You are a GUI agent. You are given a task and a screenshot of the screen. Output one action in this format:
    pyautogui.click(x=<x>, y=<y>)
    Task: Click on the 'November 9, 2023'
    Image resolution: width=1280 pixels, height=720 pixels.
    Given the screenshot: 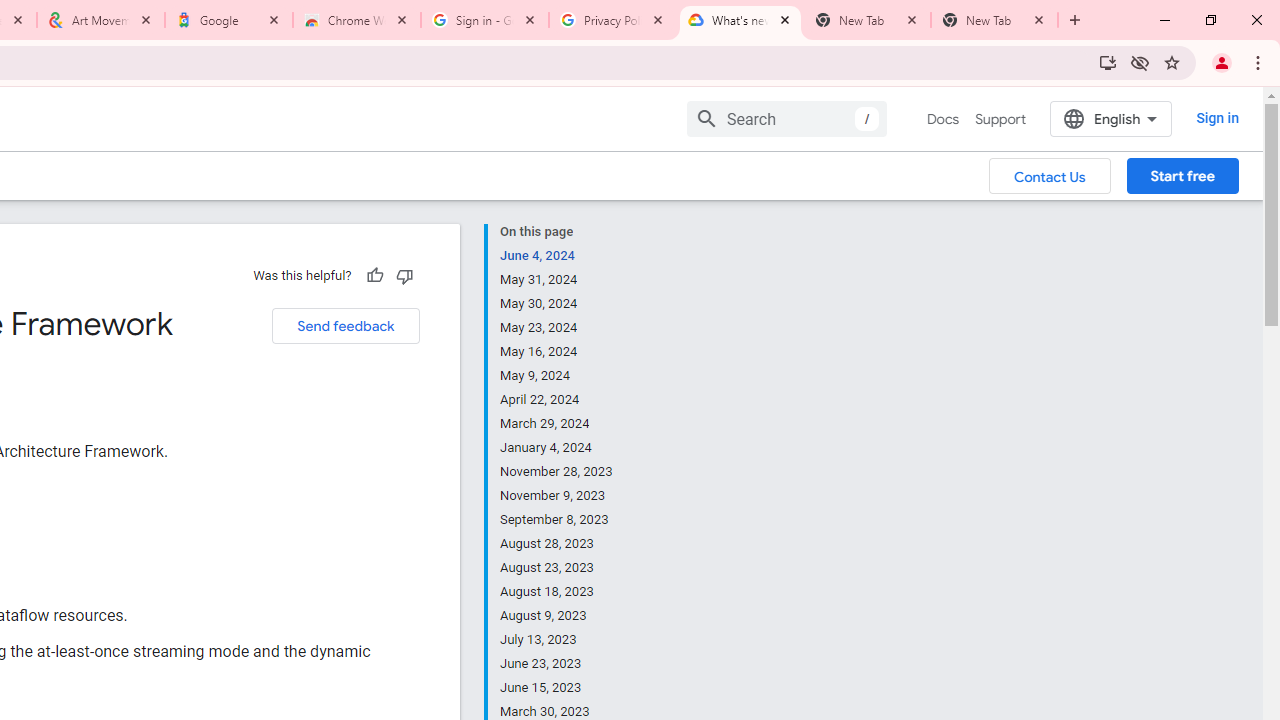 What is the action you would take?
    pyautogui.click(x=557, y=495)
    